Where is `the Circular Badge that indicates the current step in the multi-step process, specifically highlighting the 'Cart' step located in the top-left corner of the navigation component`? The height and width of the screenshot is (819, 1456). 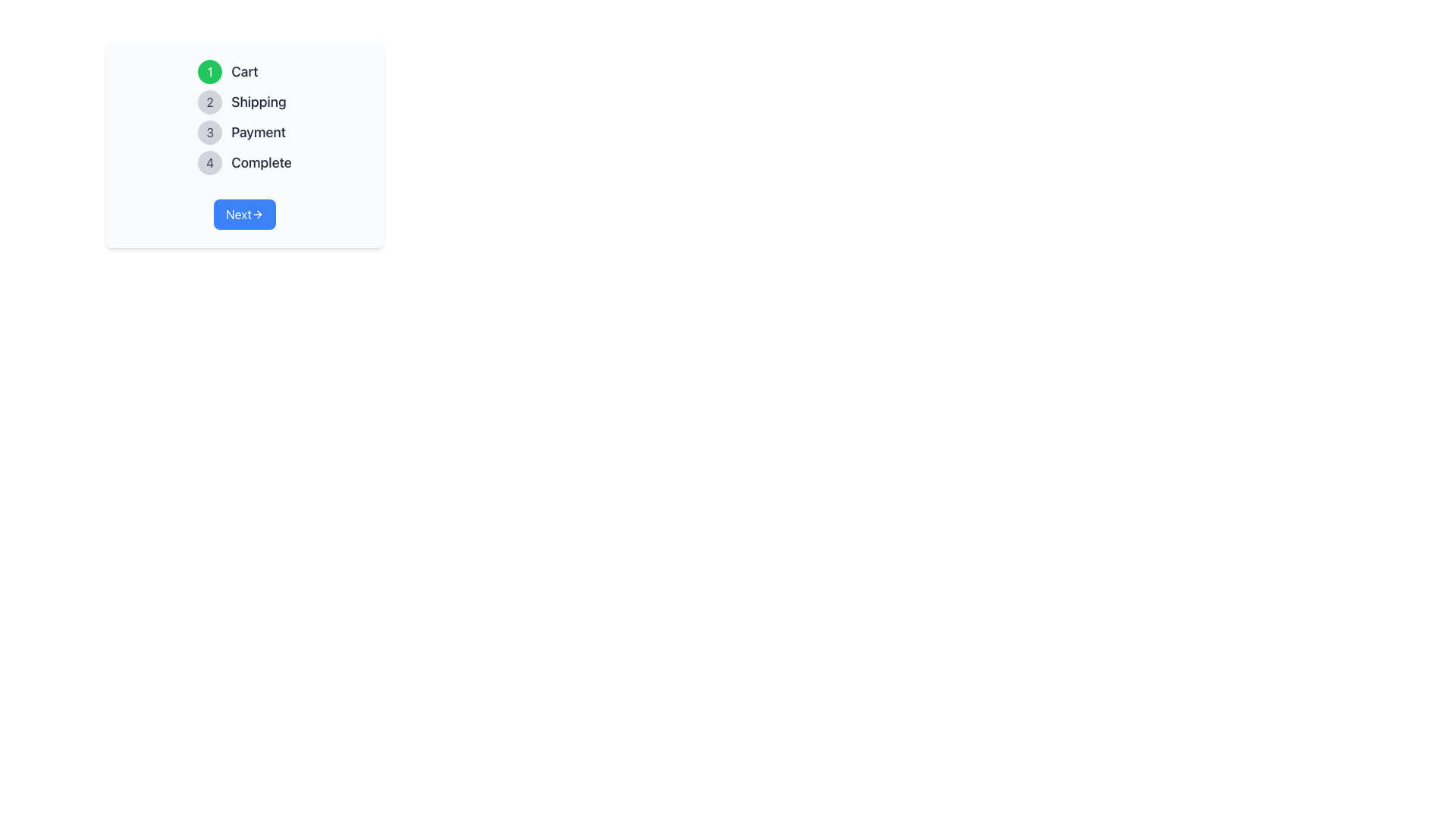
the Circular Badge that indicates the current step in the multi-step process, specifically highlighting the 'Cart' step located in the top-left corner of the navigation component is located at coordinates (209, 72).